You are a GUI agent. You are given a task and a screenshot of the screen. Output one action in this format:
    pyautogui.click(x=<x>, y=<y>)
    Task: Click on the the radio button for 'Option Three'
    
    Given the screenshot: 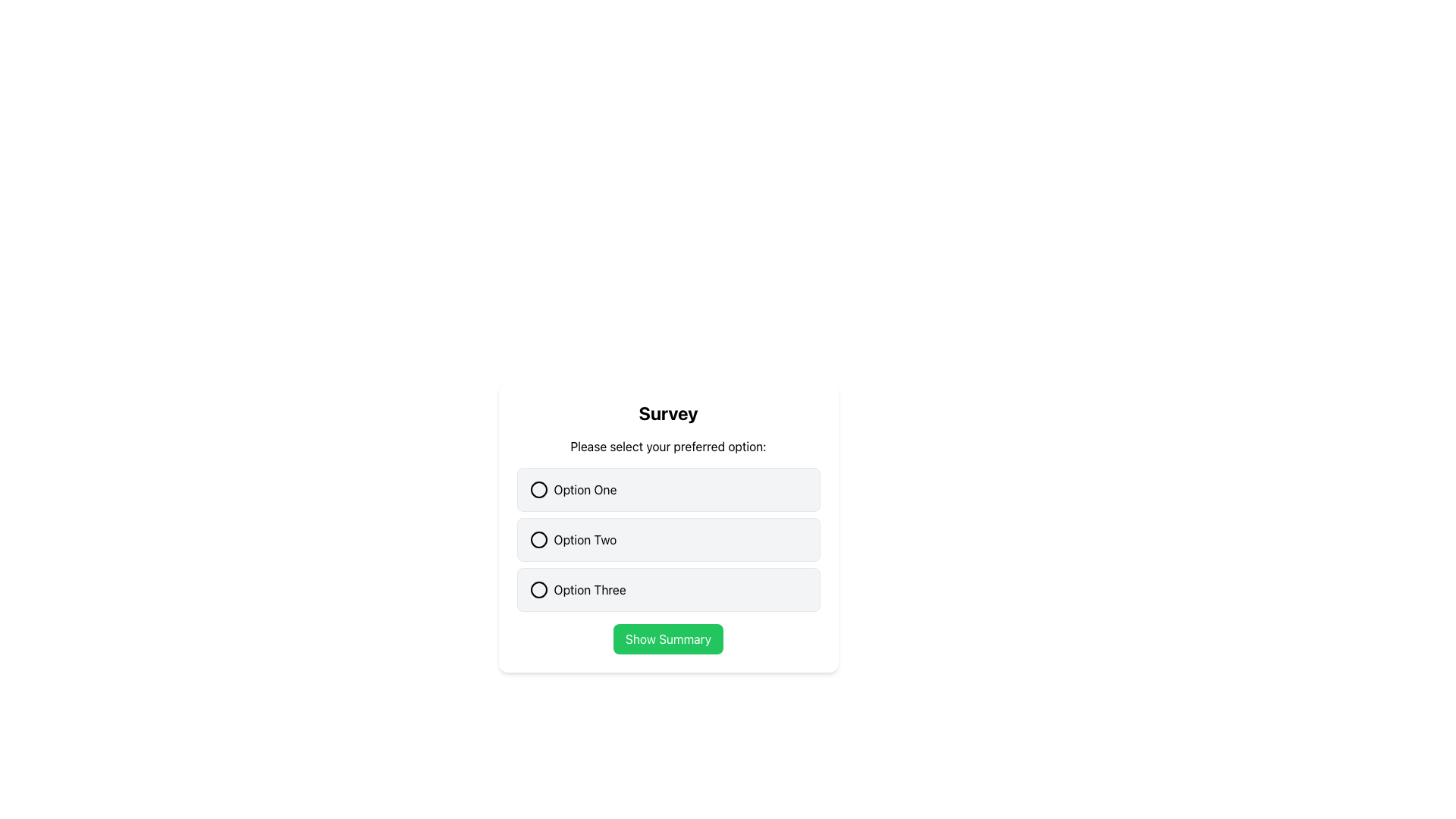 What is the action you would take?
    pyautogui.click(x=538, y=589)
    